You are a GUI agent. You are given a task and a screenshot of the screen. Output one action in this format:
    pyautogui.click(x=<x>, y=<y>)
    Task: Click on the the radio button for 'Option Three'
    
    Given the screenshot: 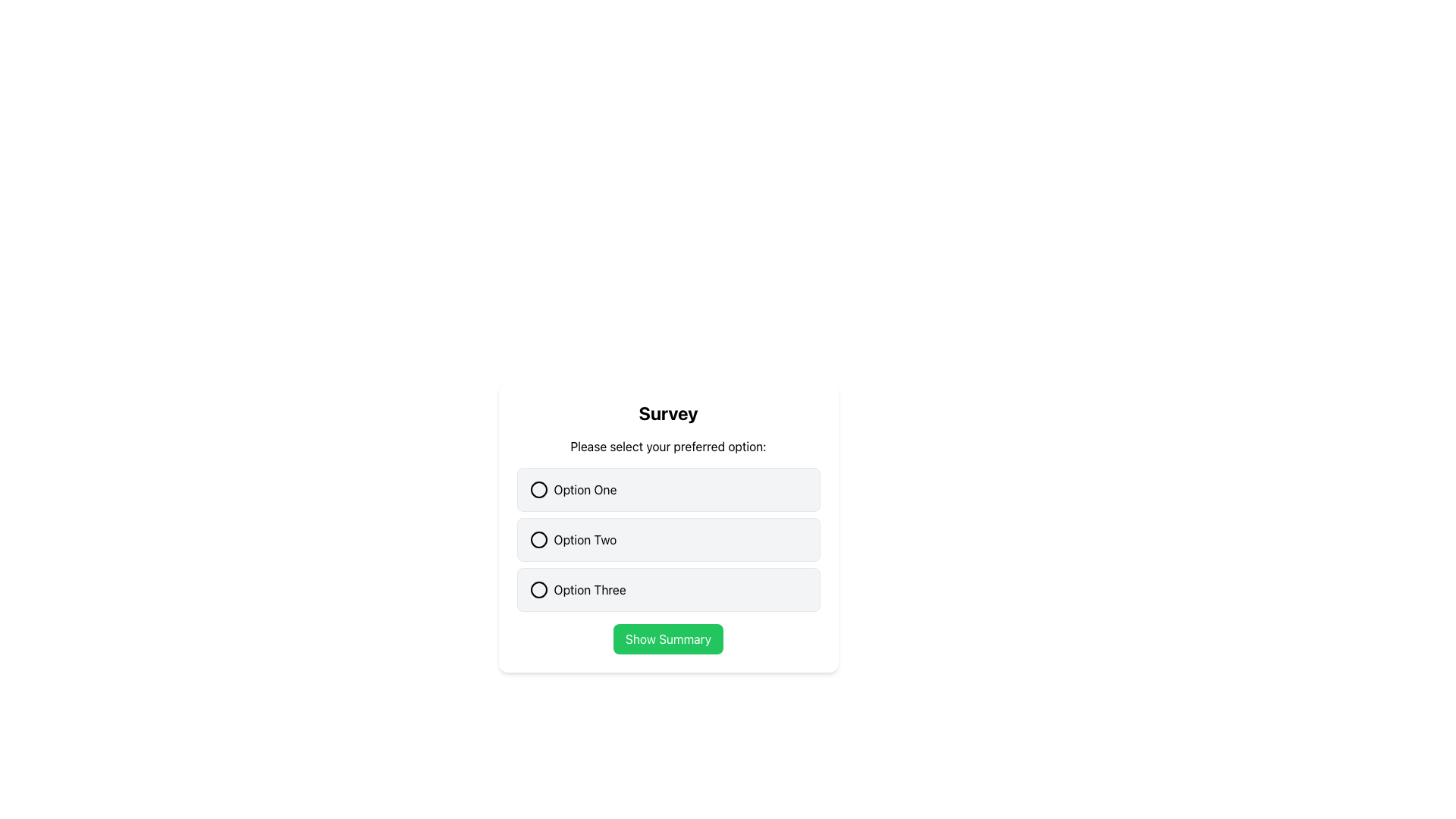 What is the action you would take?
    pyautogui.click(x=538, y=589)
    